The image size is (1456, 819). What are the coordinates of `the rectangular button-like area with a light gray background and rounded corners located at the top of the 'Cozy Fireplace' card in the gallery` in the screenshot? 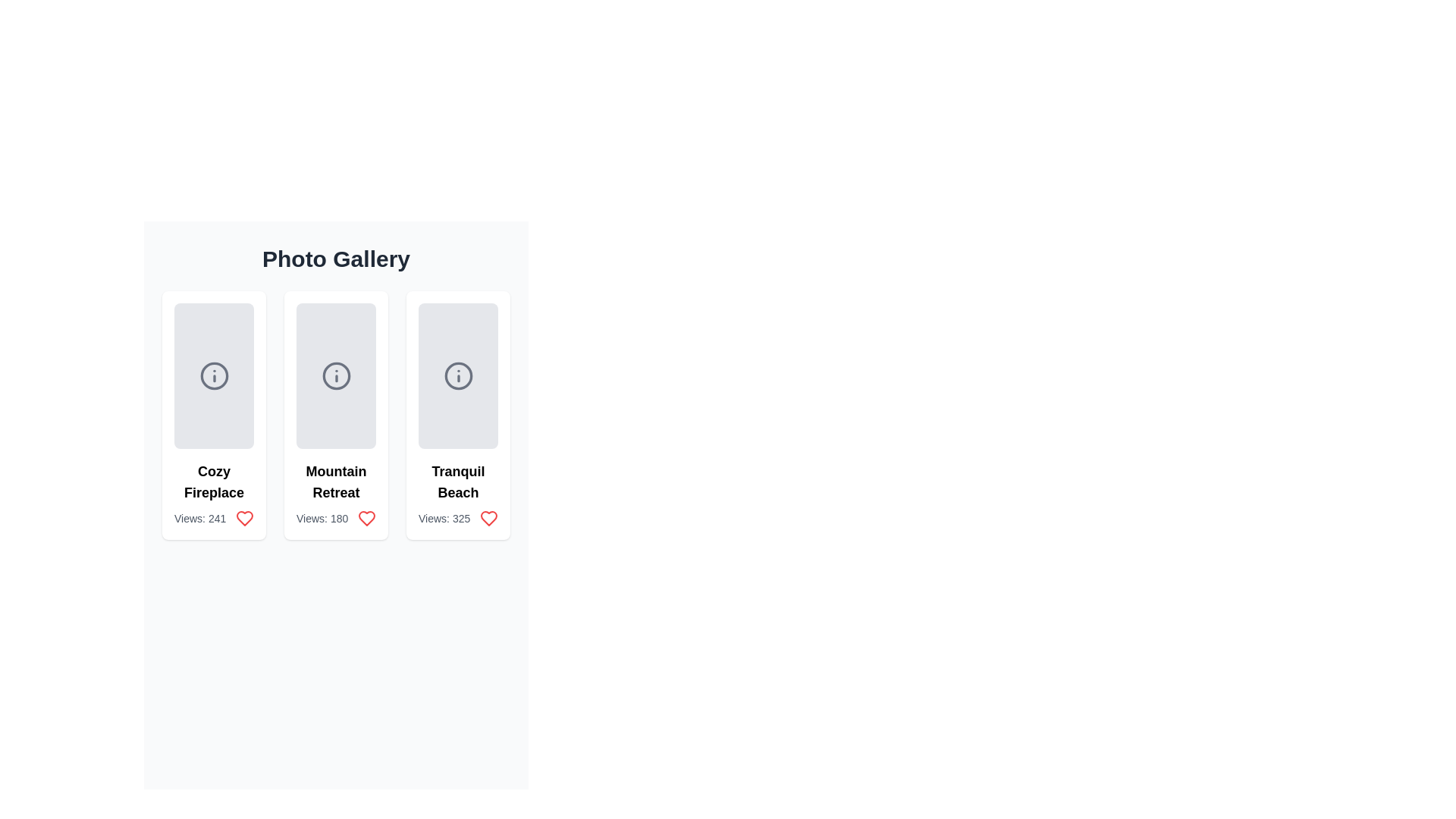 It's located at (213, 375).